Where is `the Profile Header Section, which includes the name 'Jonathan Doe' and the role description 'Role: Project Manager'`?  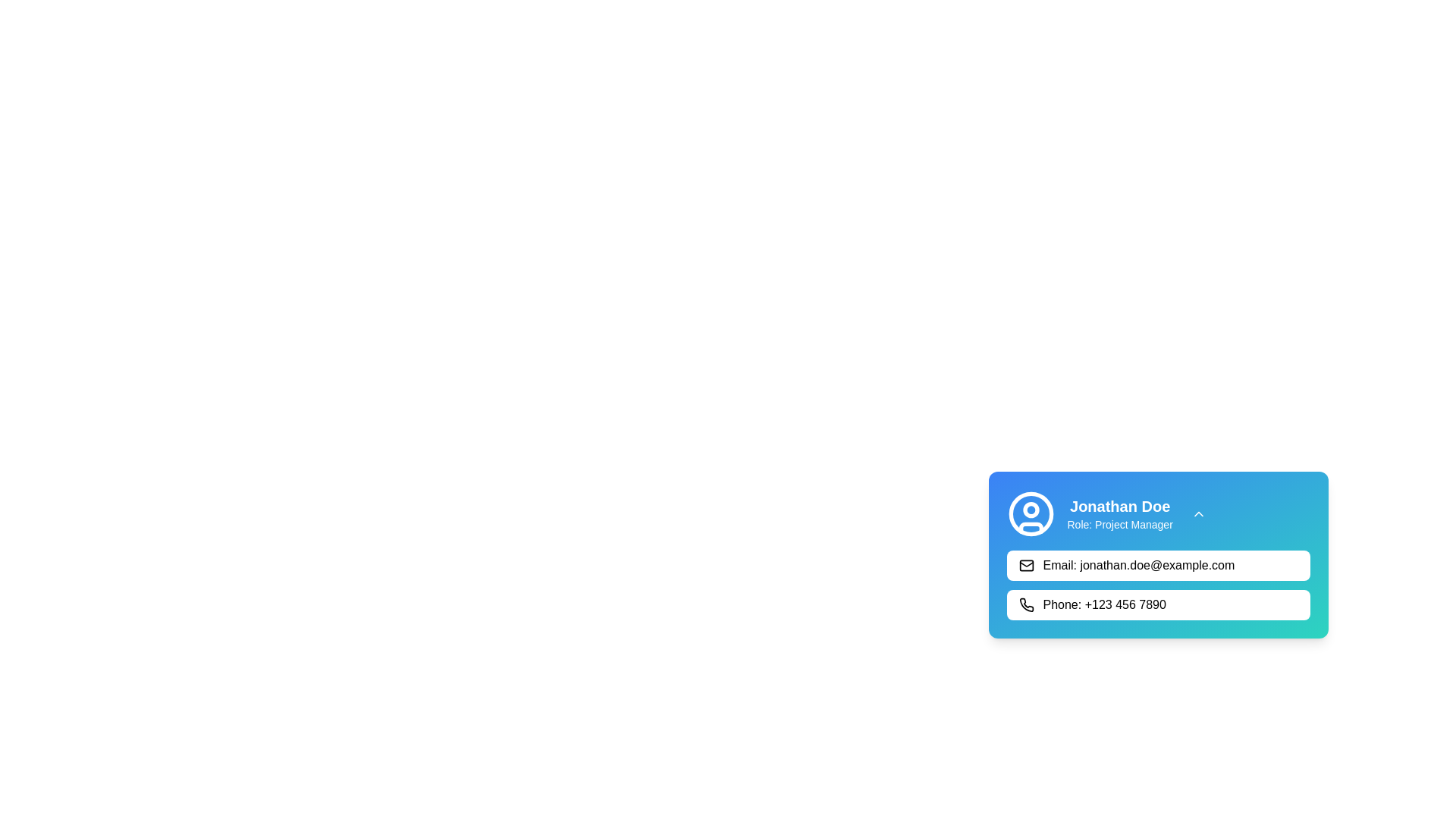
the Profile Header Section, which includes the name 'Jonathan Doe' and the role description 'Role: Project Manager' is located at coordinates (1157, 513).